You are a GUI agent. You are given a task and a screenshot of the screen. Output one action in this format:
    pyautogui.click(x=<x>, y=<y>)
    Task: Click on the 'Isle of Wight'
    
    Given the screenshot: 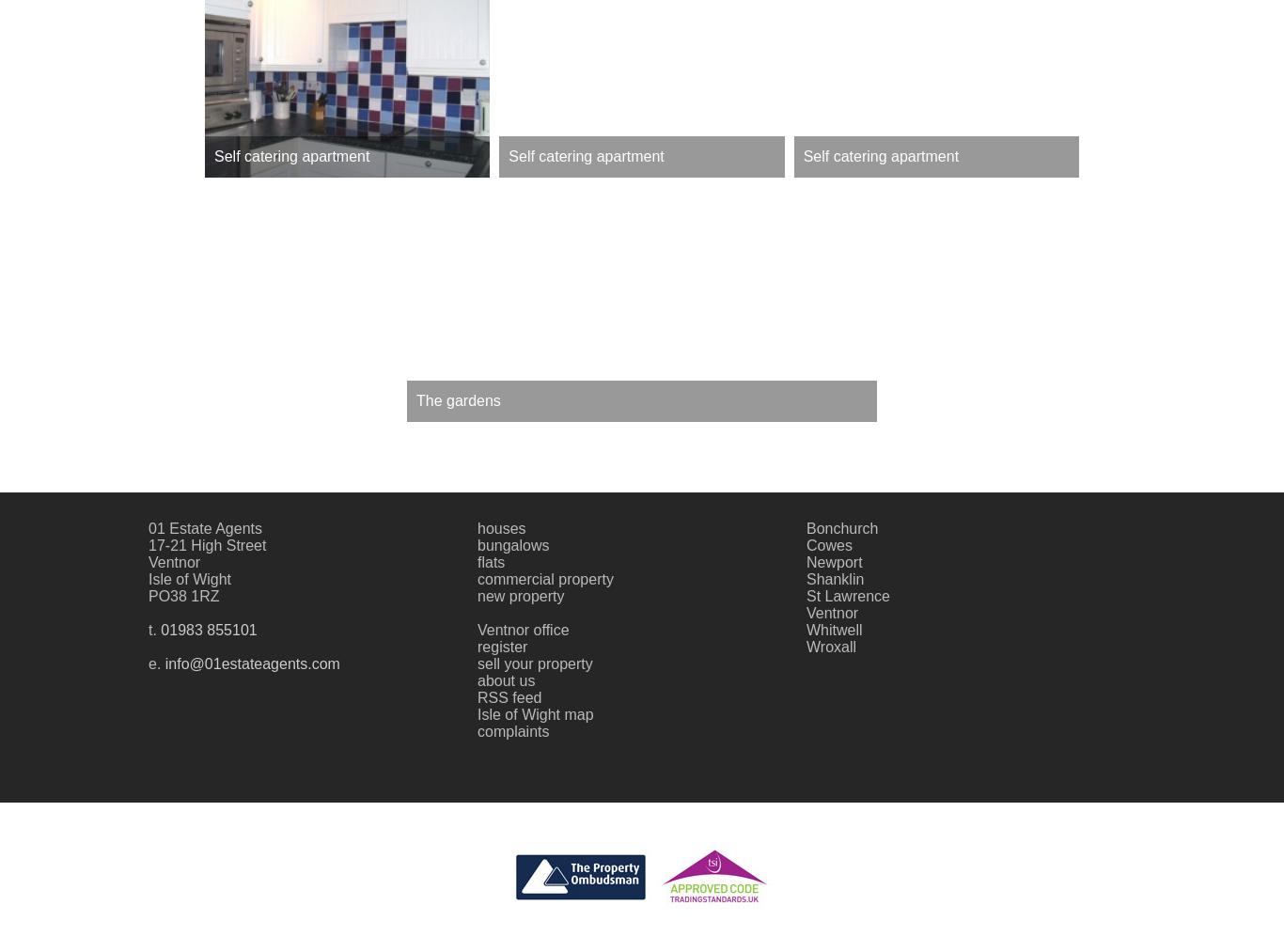 What is the action you would take?
    pyautogui.click(x=148, y=577)
    